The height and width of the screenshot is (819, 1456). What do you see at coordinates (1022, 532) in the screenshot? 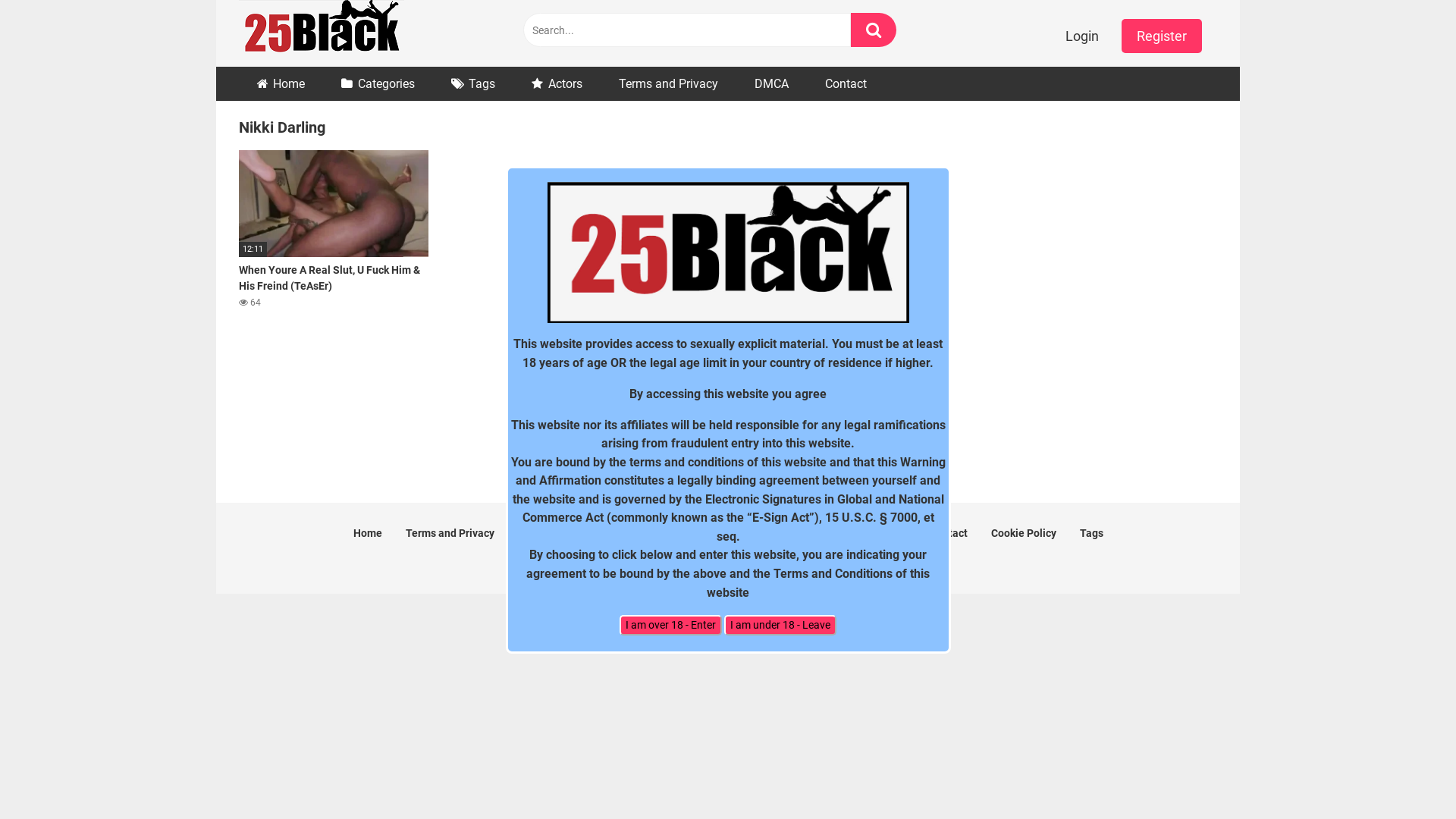
I see `'Cookie Policy'` at bounding box center [1022, 532].